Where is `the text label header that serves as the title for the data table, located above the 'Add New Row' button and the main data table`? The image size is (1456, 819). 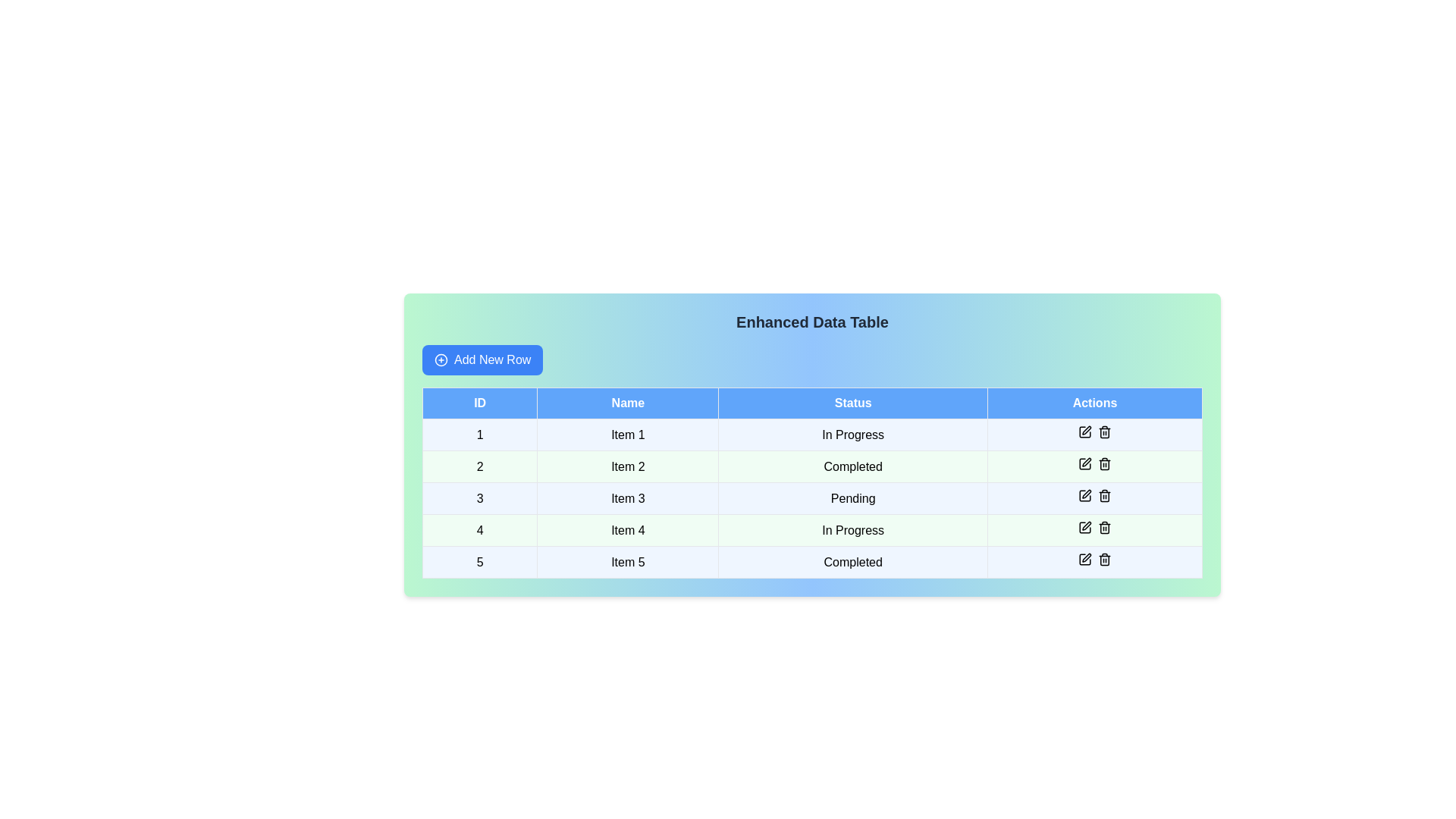
the text label header that serves as the title for the data table, located above the 'Add New Row' button and the main data table is located at coordinates (811, 321).